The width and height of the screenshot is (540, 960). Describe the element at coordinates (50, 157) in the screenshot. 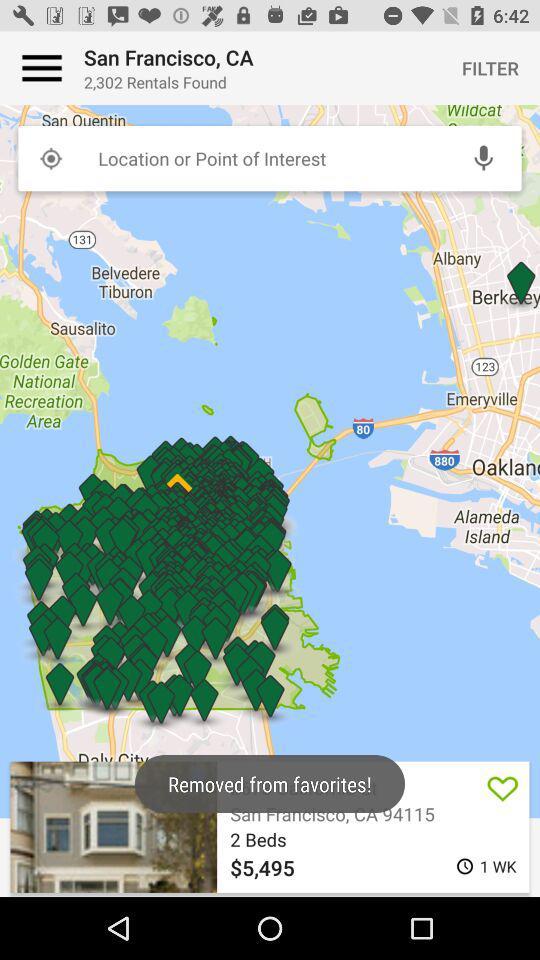

I see `the location_crosshair icon` at that location.